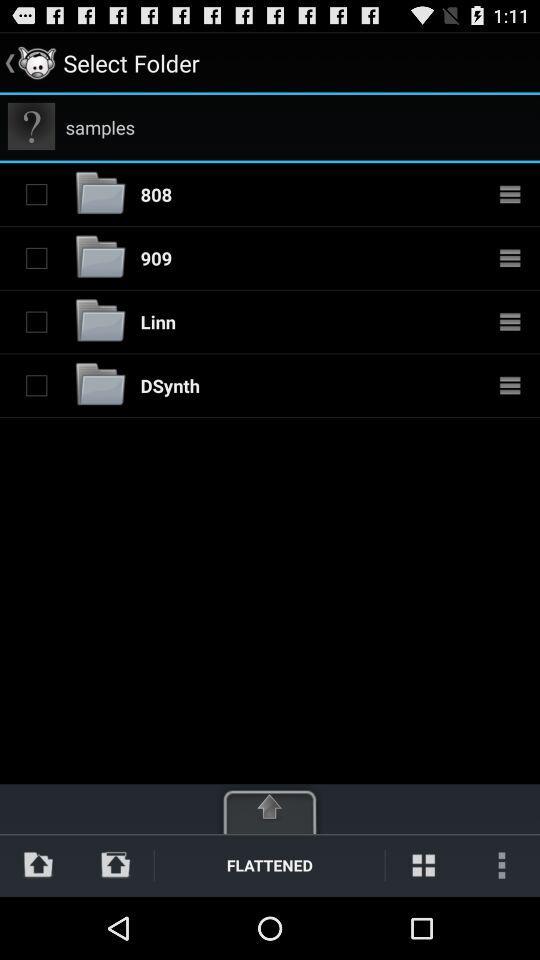 This screenshot has width=540, height=960. I want to click on the item next to the flattened, so click(422, 864).